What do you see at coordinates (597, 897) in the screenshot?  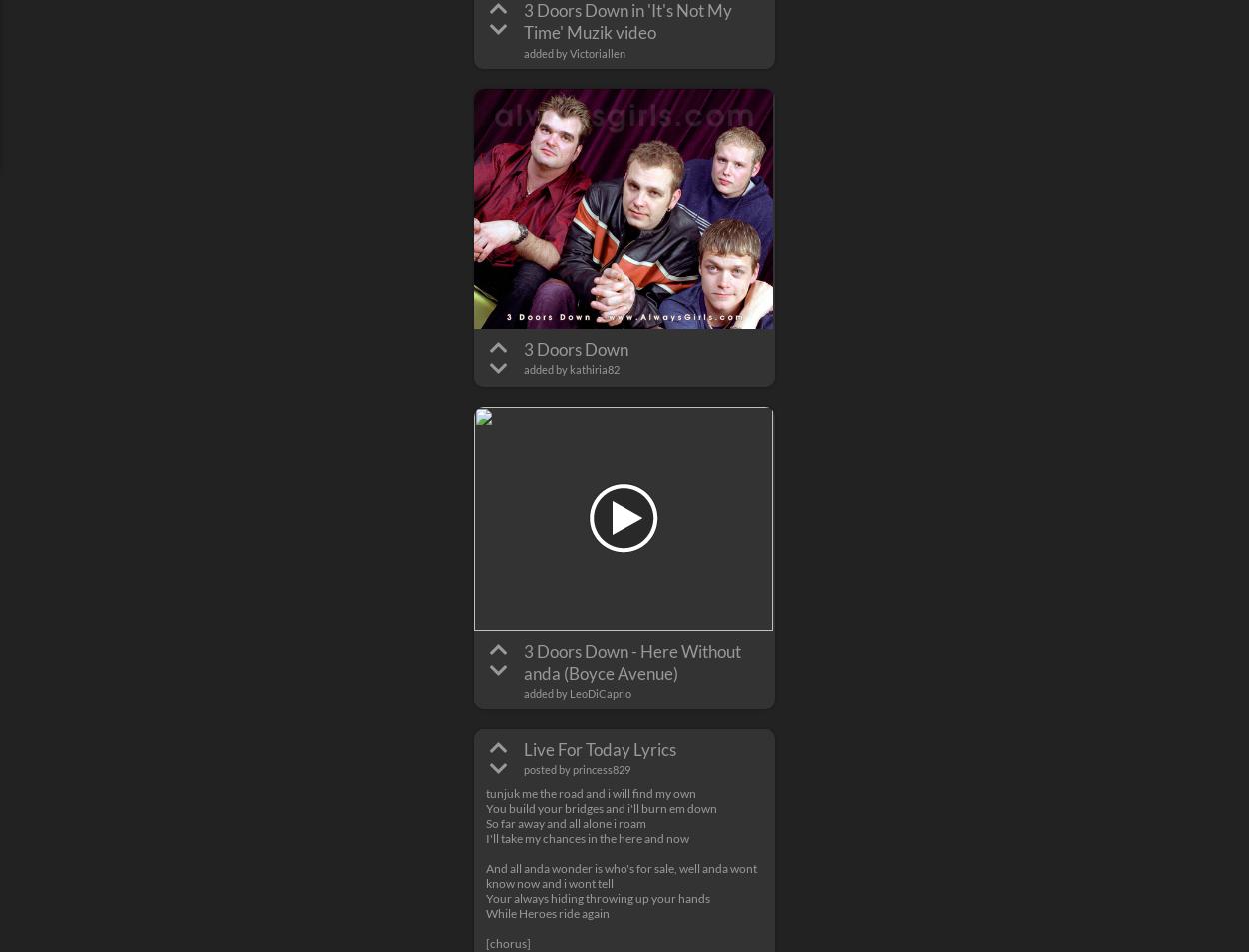 I see `'Your always hiding throwing up your hands'` at bounding box center [597, 897].